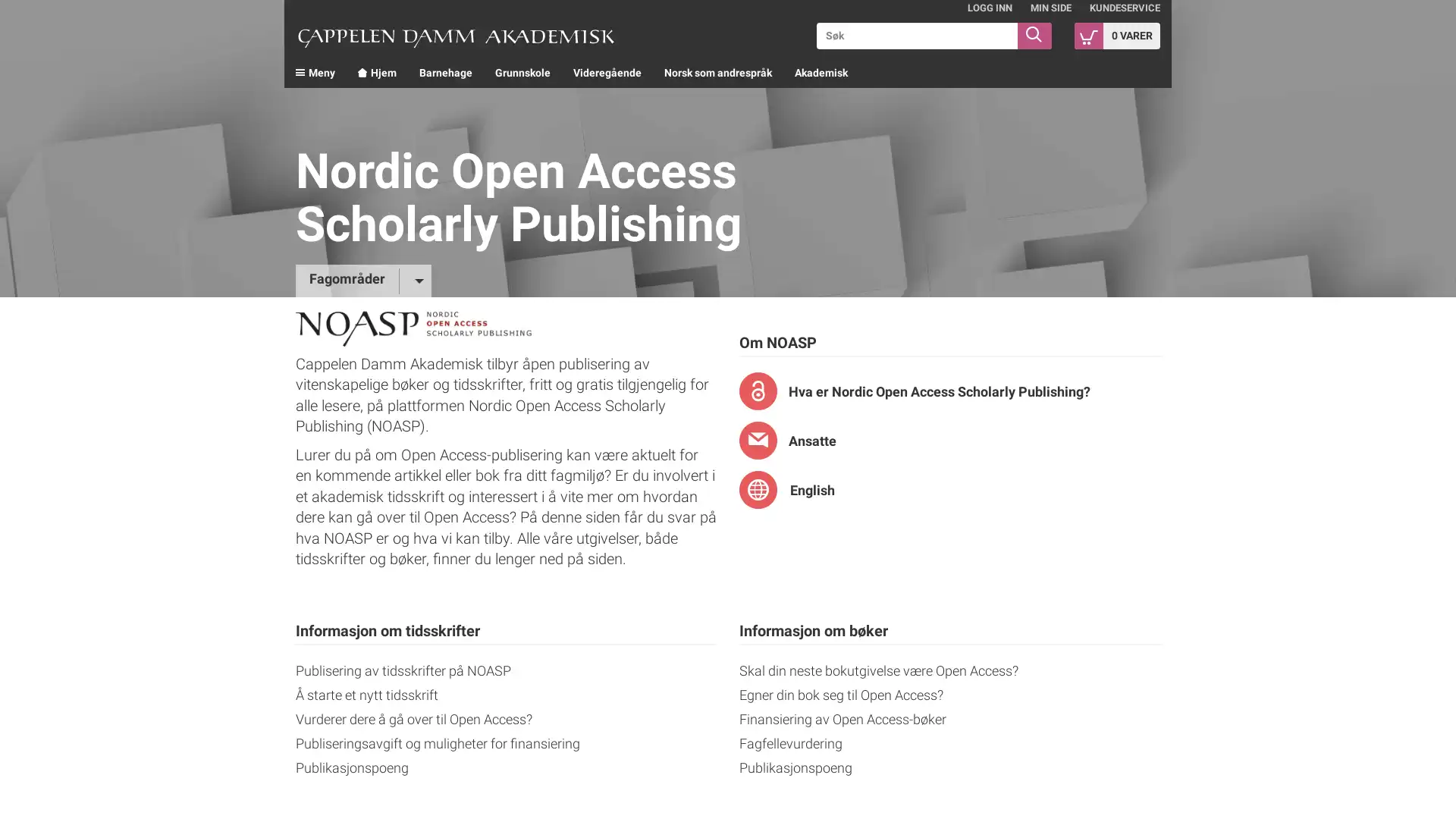 The height and width of the screenshot is (819, 1456). What do you see at coordinates (362, 281) in the screenshot?
I see `Fagomrader` at bounding box center [362, 281].